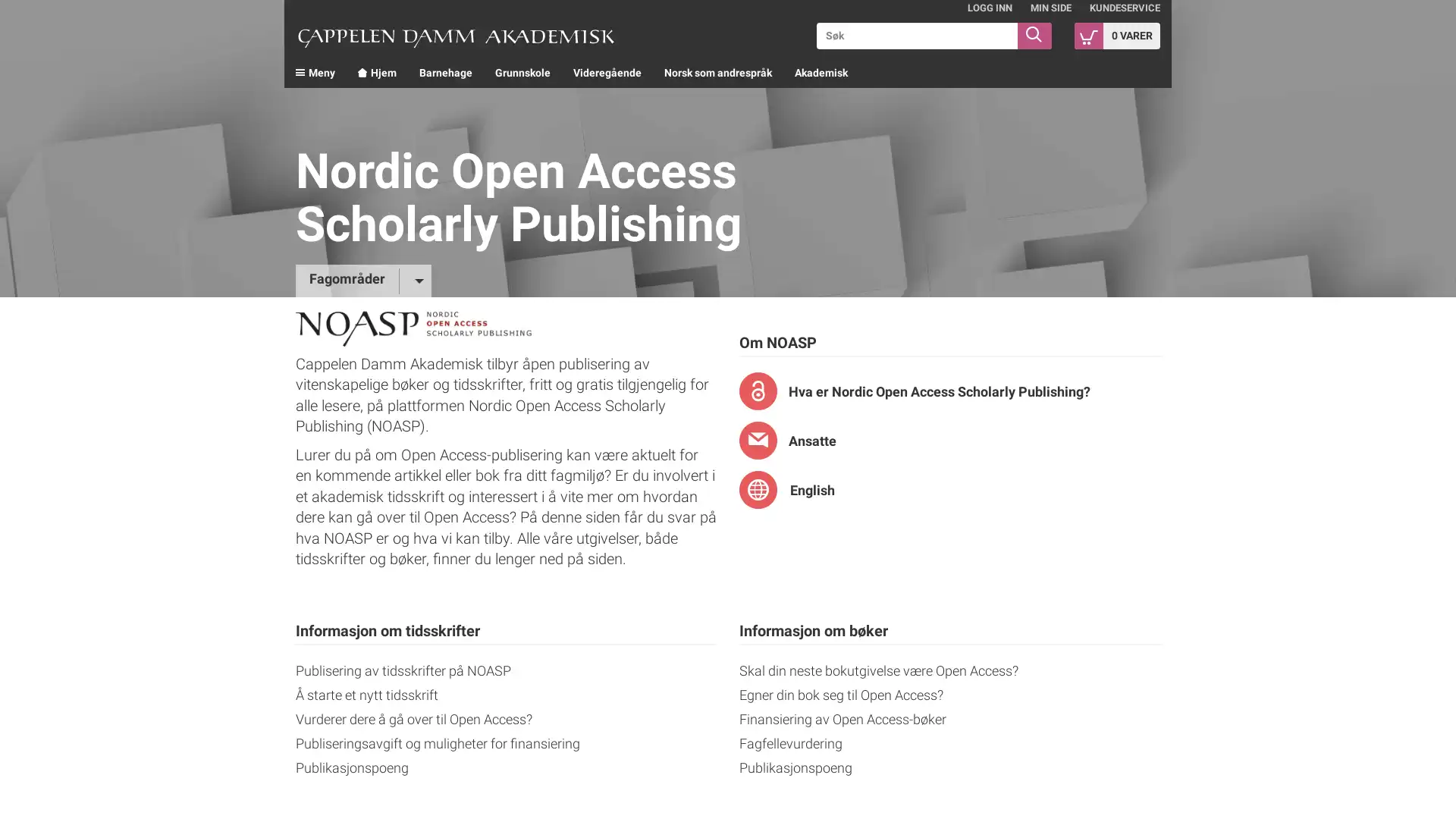 The height and width of the screenshot is (819, 1456). What do you see at coordinates (362, 281) in the screenshot?
I see `Fagomrader` at bounding box center [362, 281].